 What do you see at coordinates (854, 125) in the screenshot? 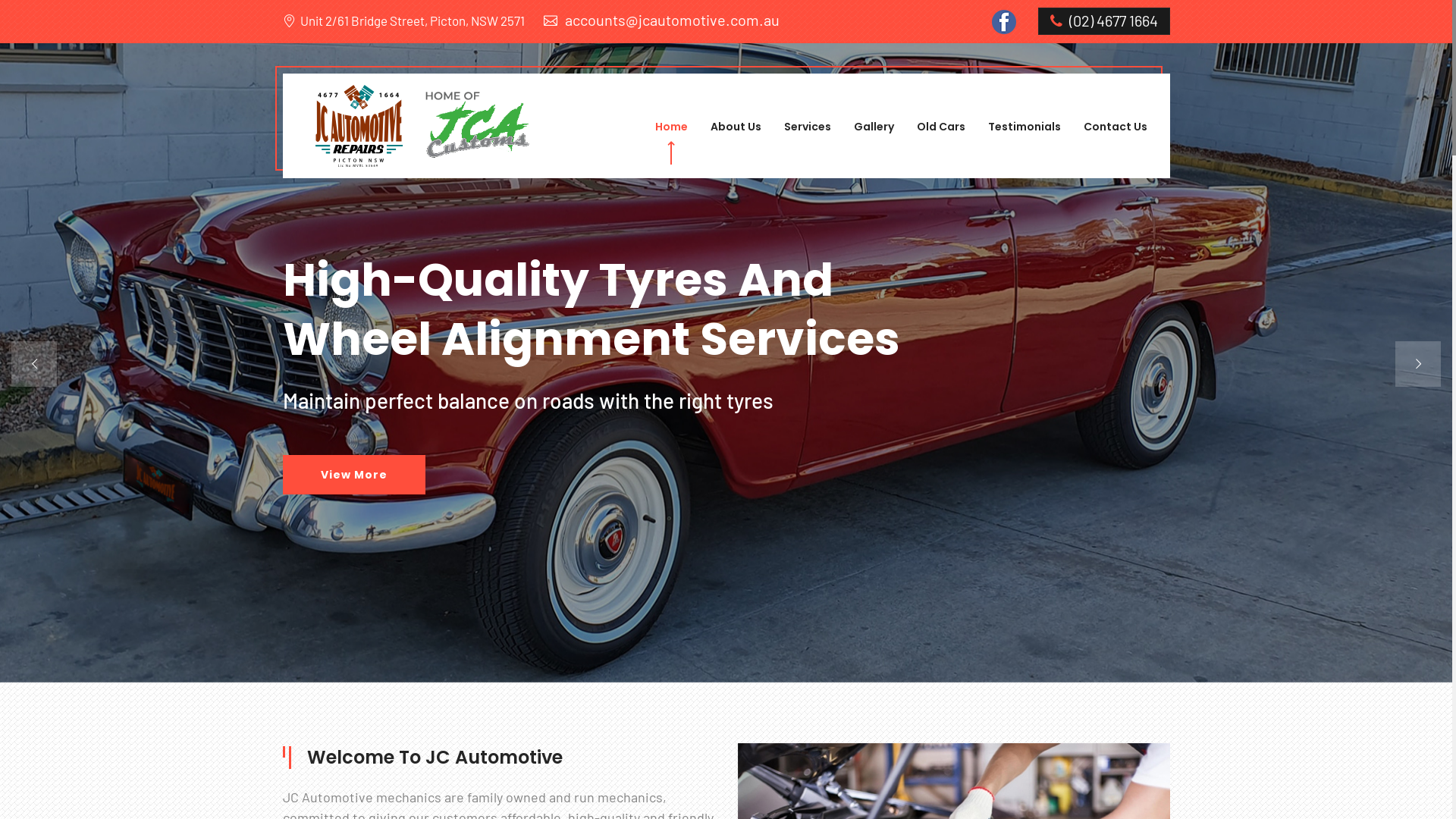
I see `'Gallery'` at bounding box center [854, 125].